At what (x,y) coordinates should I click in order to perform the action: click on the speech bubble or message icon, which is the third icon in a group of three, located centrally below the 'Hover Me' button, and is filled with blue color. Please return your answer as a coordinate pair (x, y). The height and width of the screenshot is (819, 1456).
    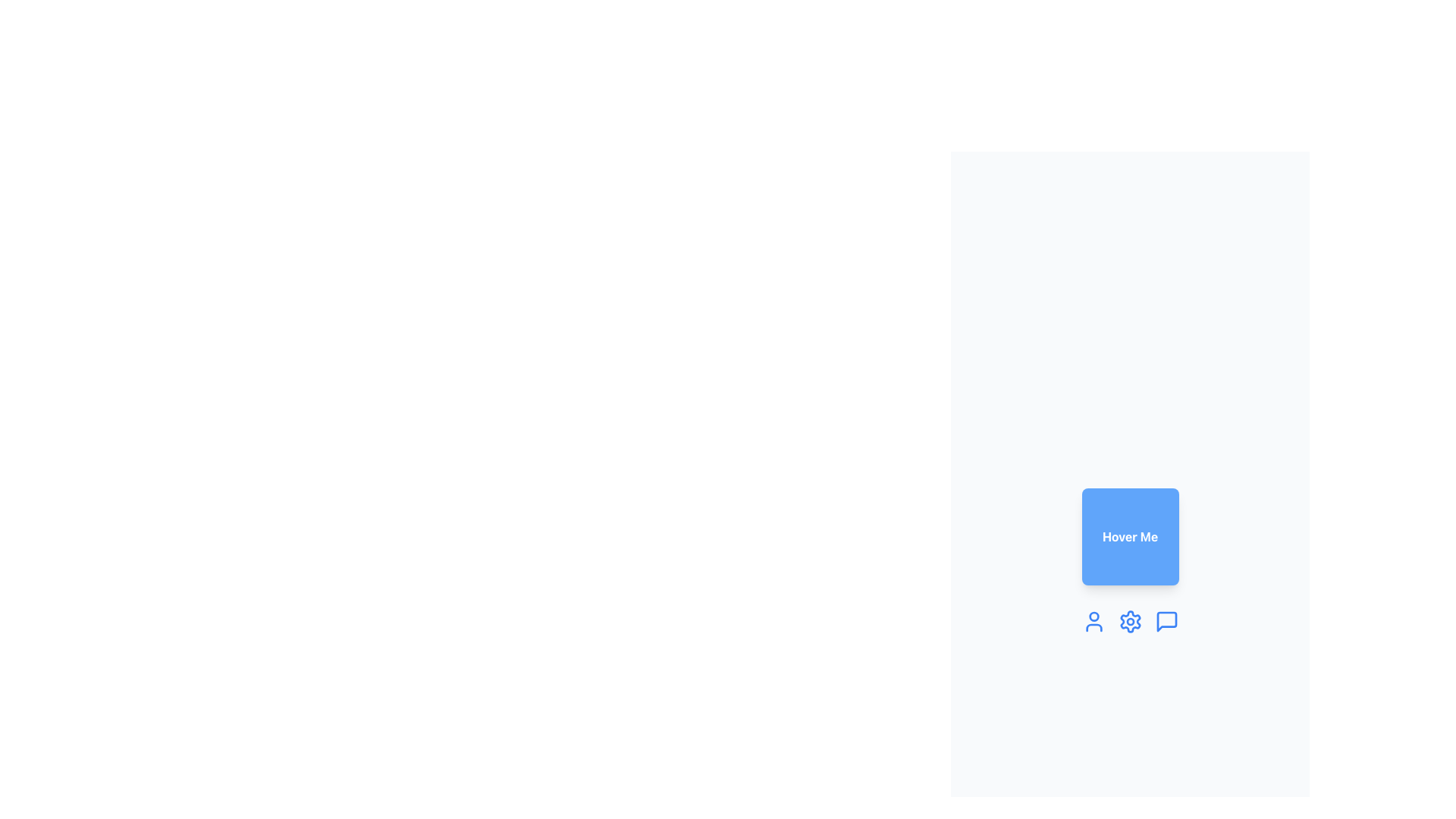
    Looking at the image, I should click on (1166, 622).